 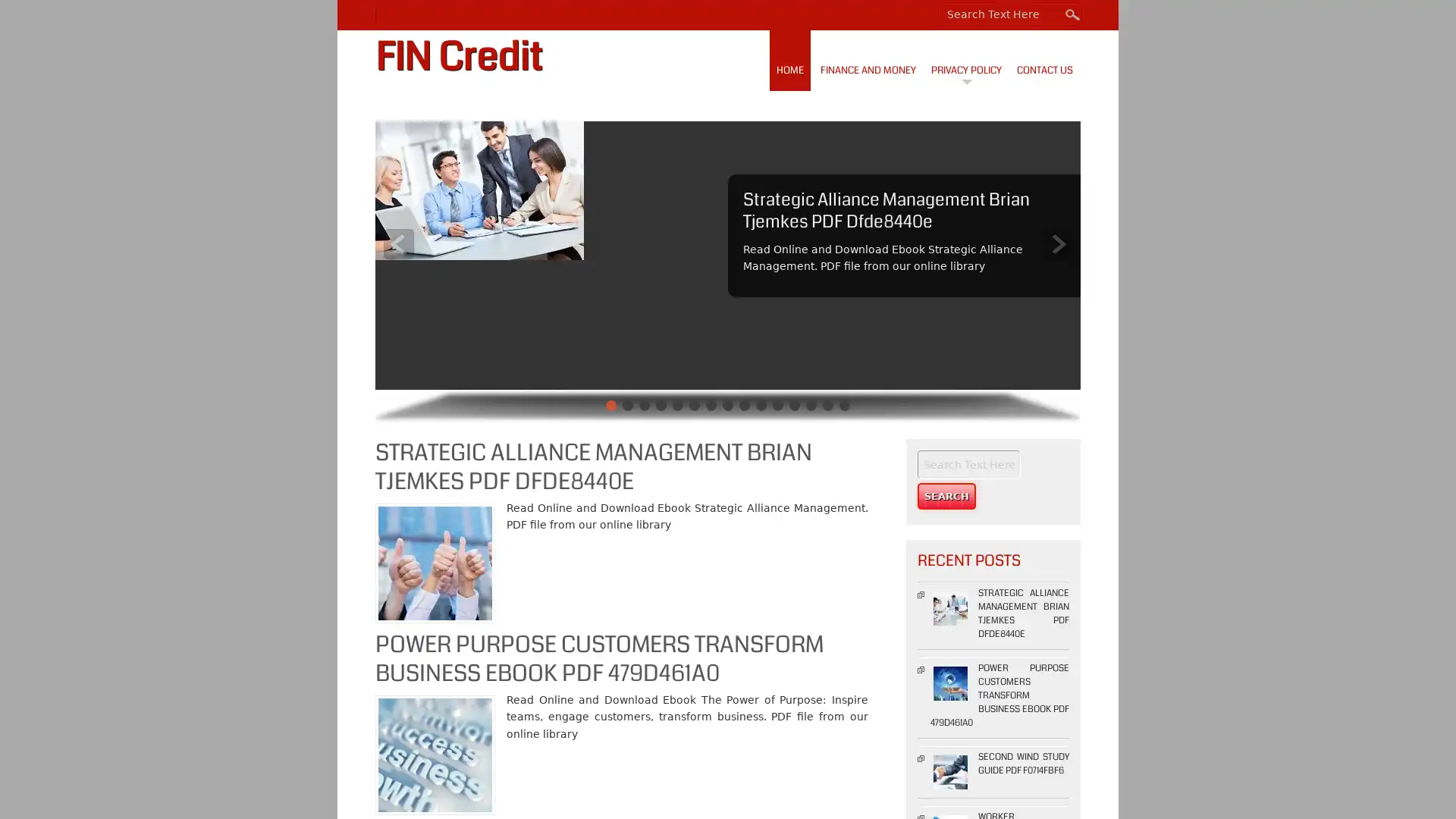 What do you see at coordinates (946, 496) in the screenshot?
I see `Search` at bounding box center [946, 496].